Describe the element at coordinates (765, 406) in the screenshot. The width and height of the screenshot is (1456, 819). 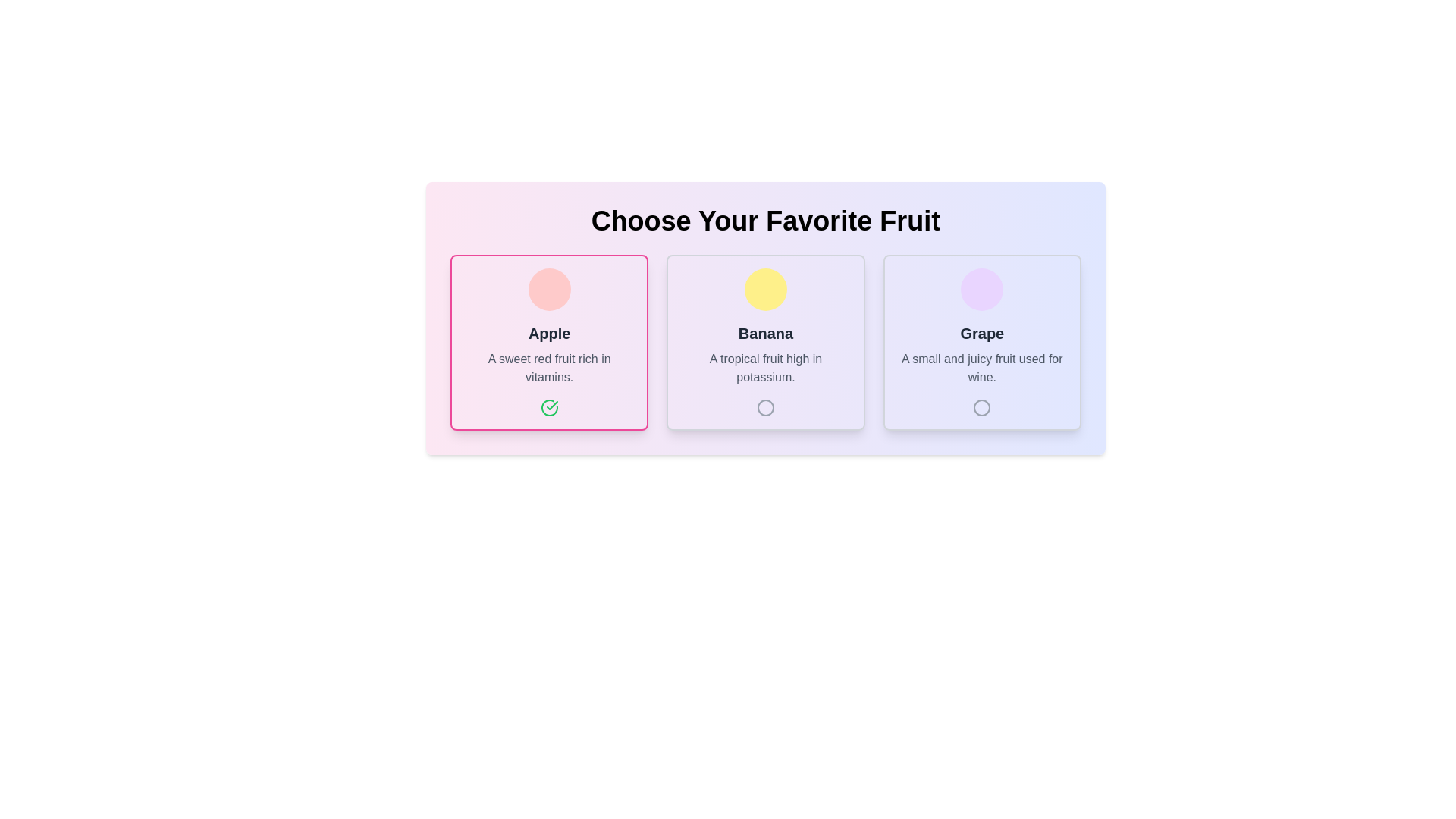
I see `the circular icon or button located at the bottom area of the 'Banana' card` at that location.